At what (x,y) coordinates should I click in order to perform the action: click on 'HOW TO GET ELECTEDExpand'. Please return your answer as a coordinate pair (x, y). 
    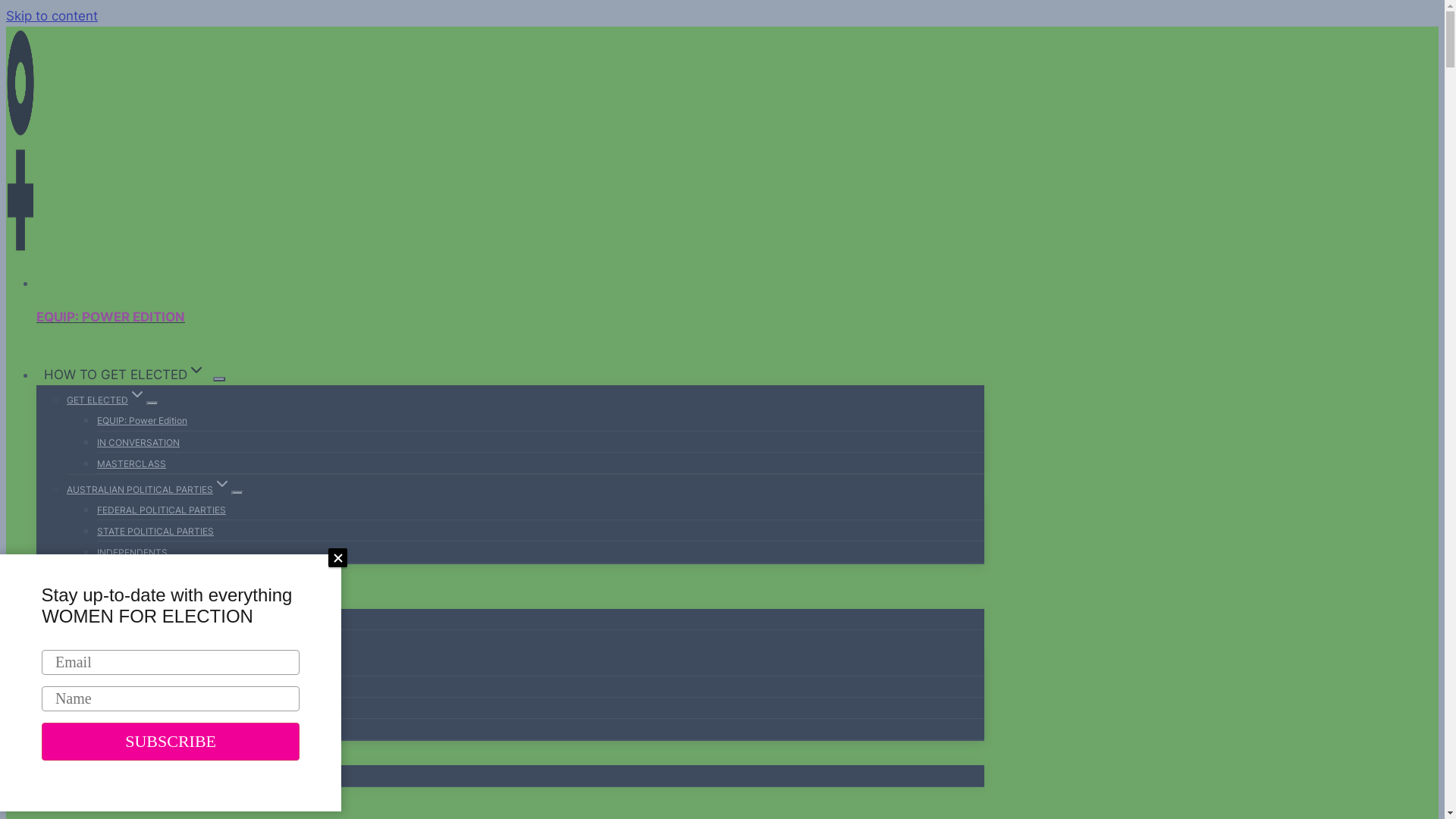
    Looking at the image, I should click on (36, 374).